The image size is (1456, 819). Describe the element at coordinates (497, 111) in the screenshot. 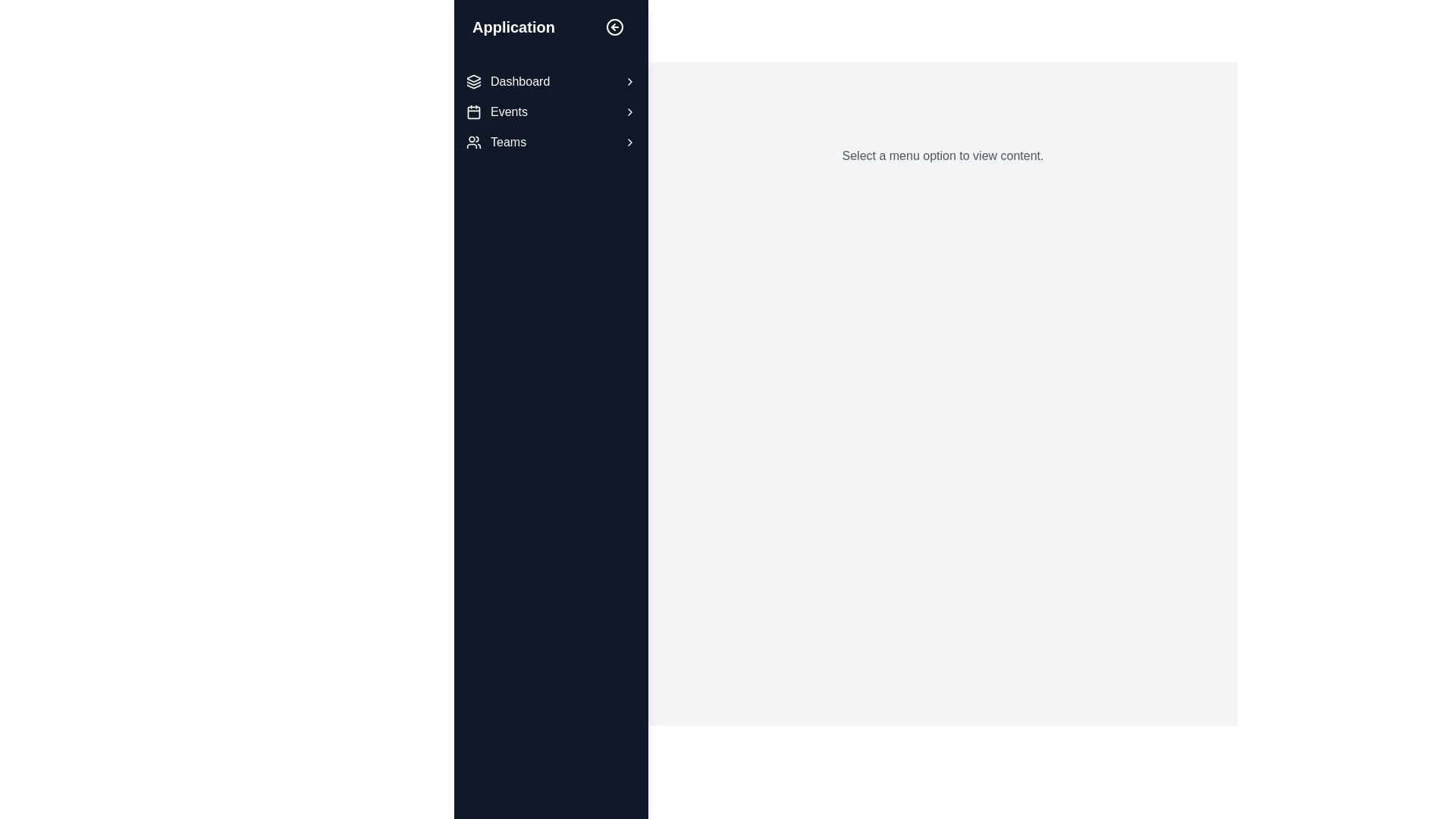

I see `the second item in the vertical navigation menu on the left side of the interface, which represents access to the 'Events' feature` at that location.